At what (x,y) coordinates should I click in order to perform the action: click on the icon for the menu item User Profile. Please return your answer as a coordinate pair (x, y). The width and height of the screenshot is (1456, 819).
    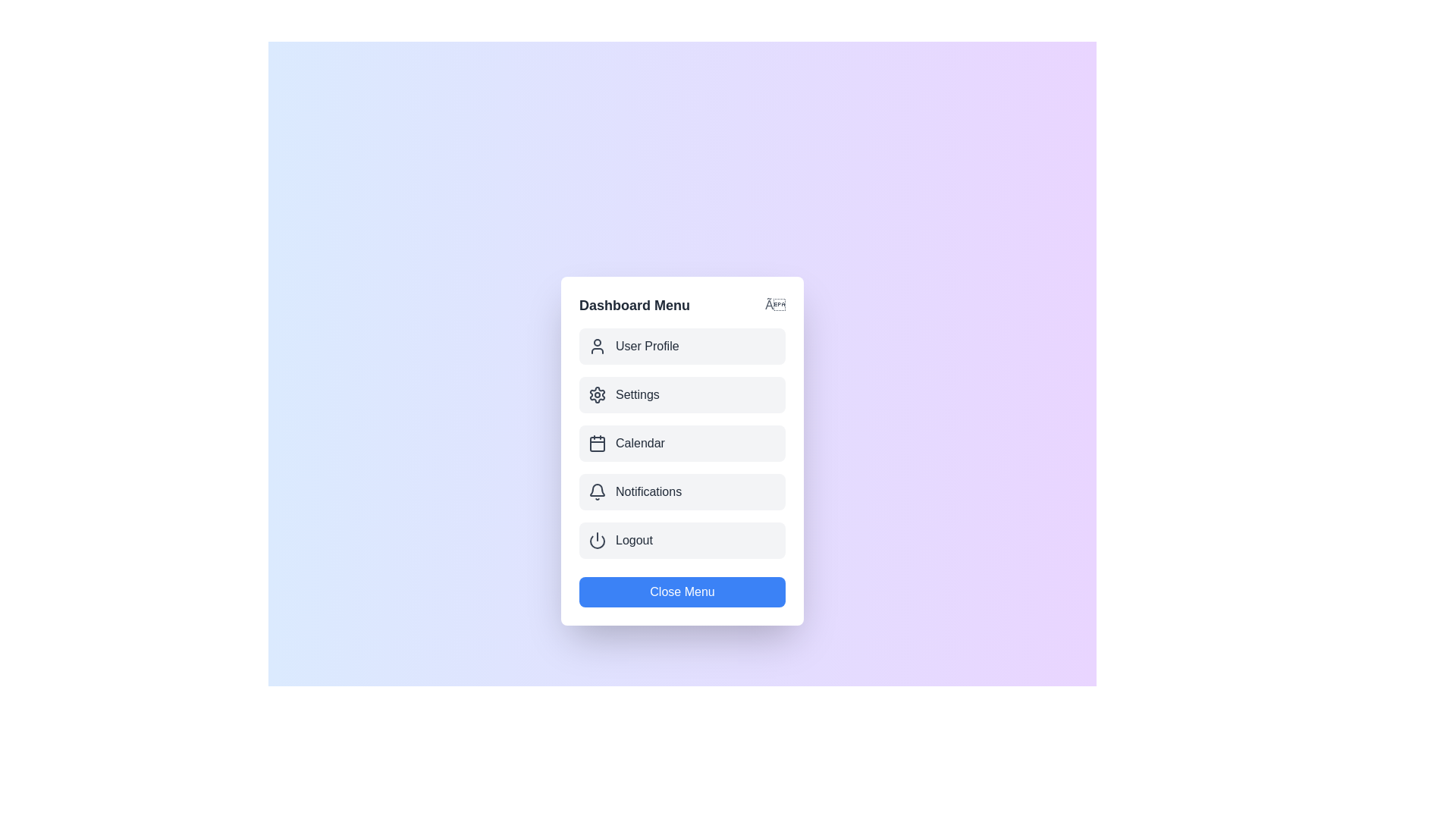
    Looking at the image, I should click on (596, 346).